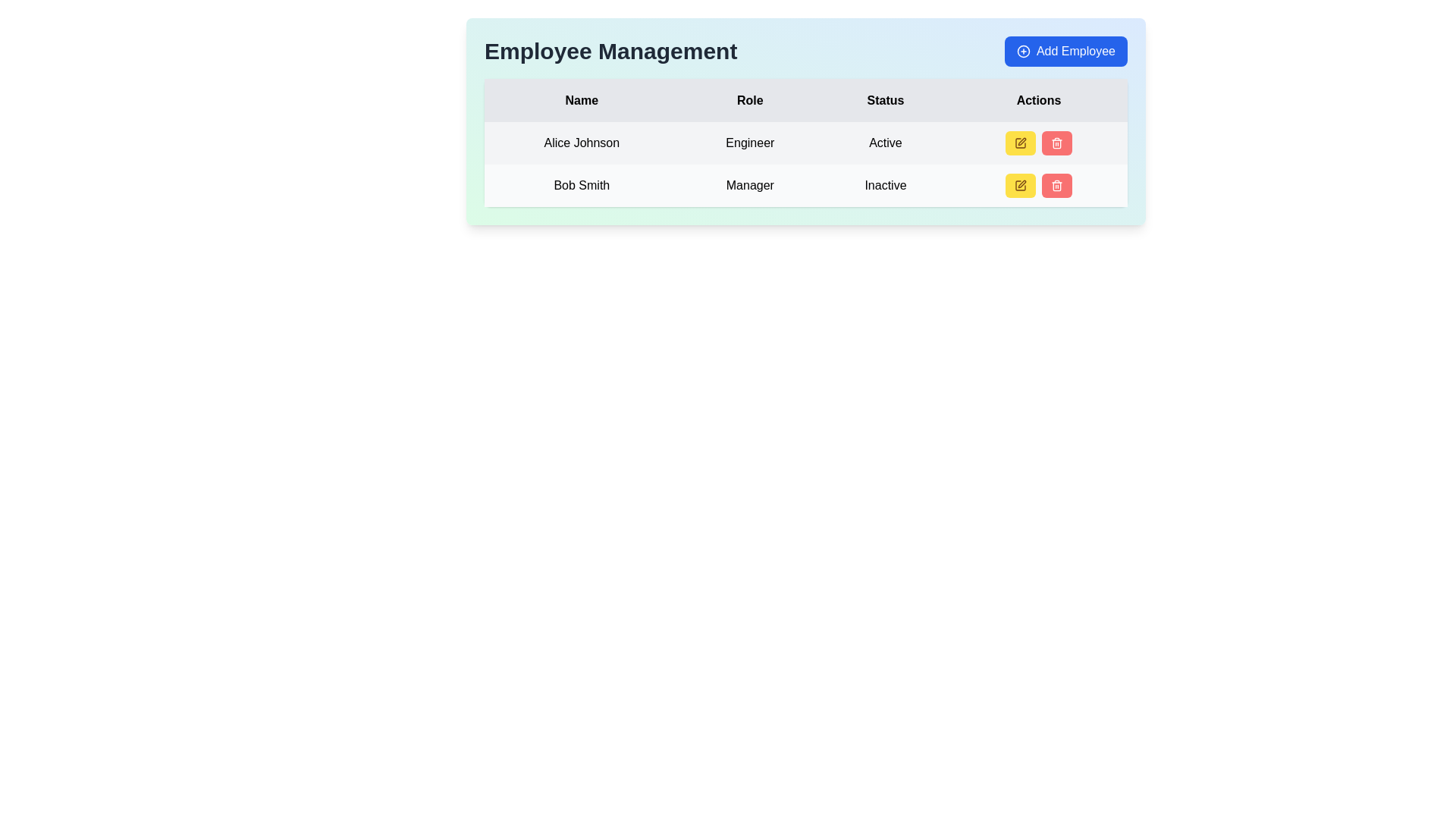 Image resolution: width=1456 pixels, height=819 pixels. I want to click on the second row of the employee management table, so click(805, 185).